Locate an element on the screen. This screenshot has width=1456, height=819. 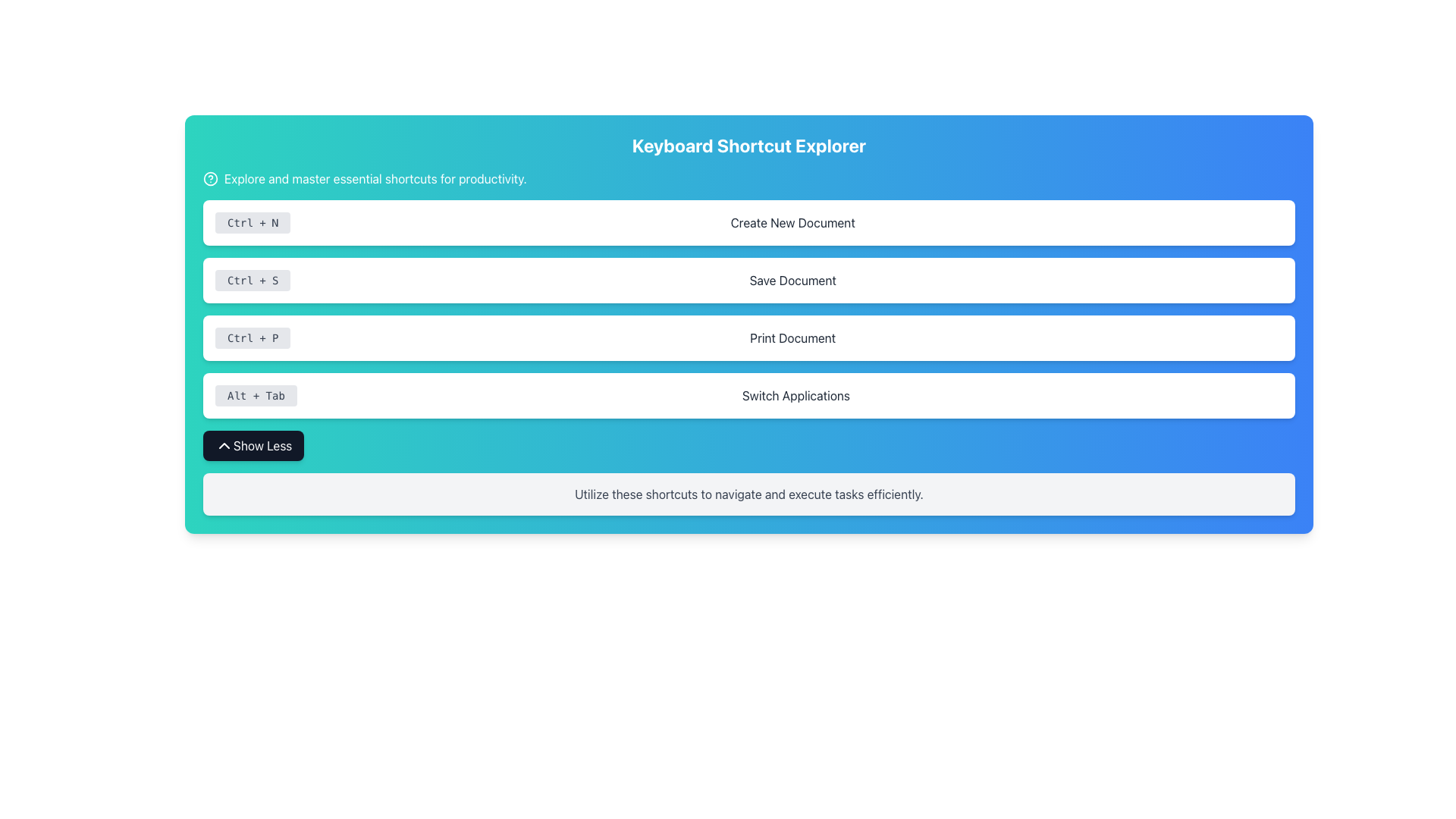
the Static Label with the text 'Ctrl + P', which has a light gray background and is located in the 'Print Document' row is located at coordinates (253, 337).